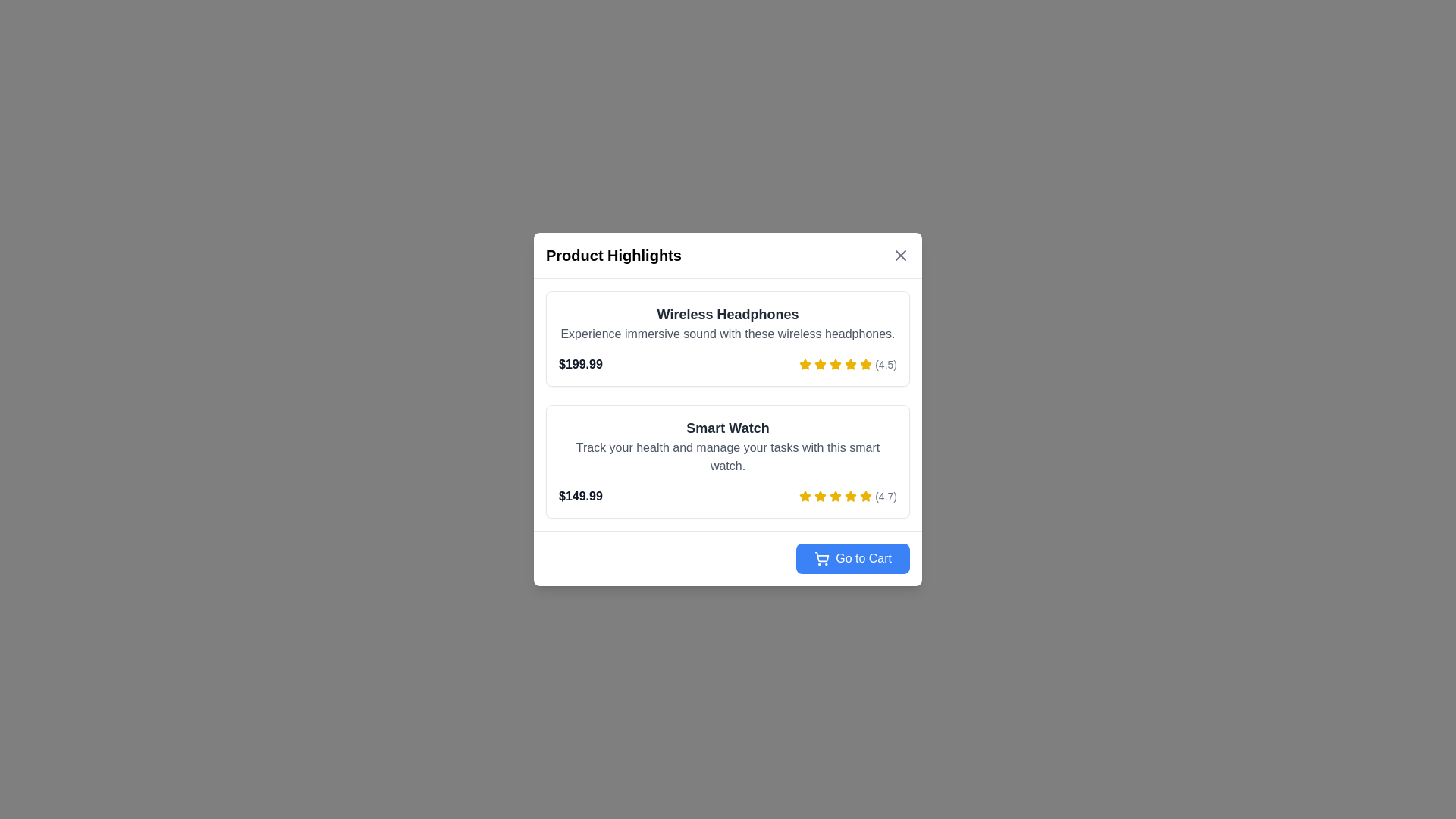 This screenshot has width=1456, height=819. Describe the element at coordinates (847, 365) in the screenshot. I see `the Rating display widget, which shows the product rating and is located to the right of the price '$199.99' for 'Wireless Headphones'` at that location.